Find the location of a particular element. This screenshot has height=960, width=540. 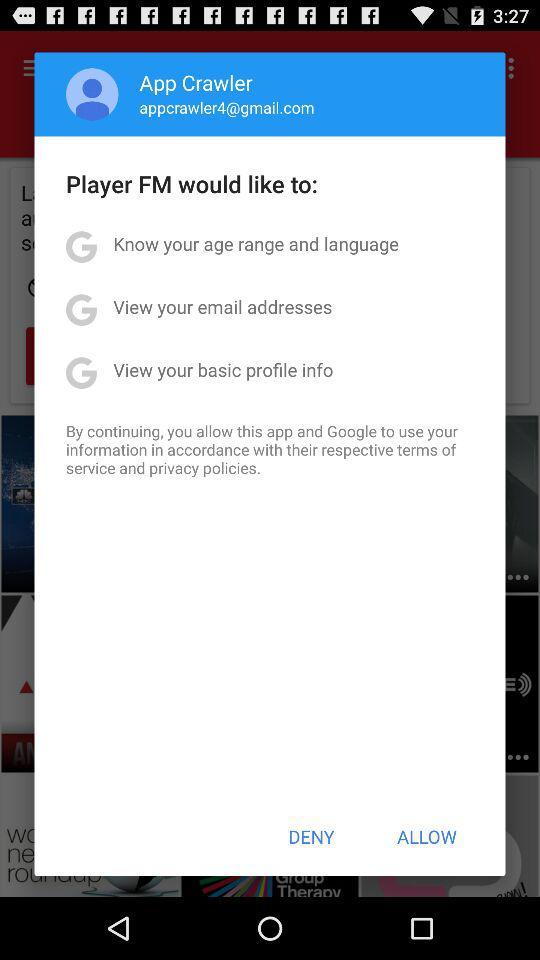

appcrawler4@gmail.com item is located at coordinates (226, 107).